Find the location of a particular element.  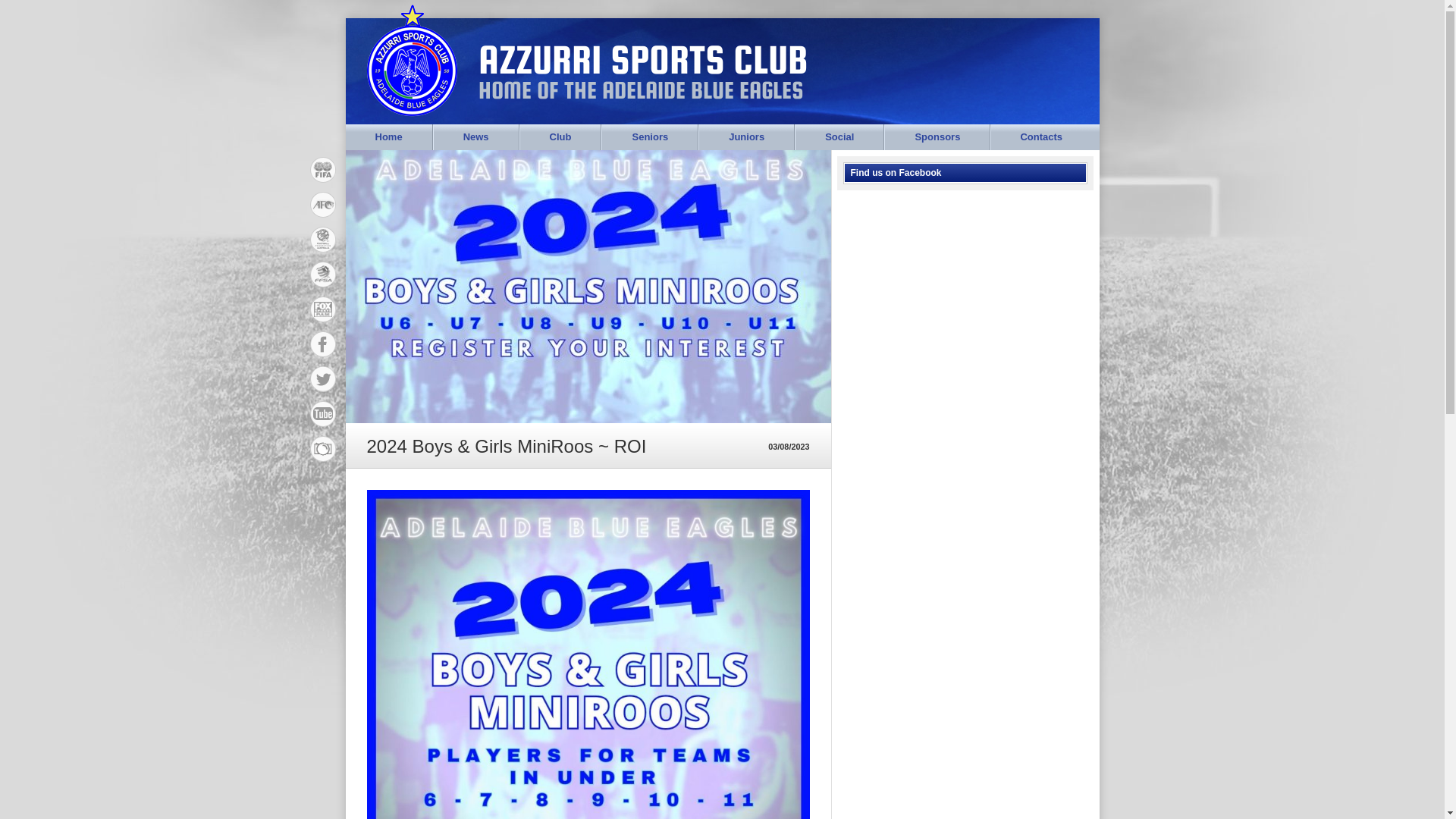

'HOME OF THE ADELAIDE BLUE EAGLES' is located at coordinates (634, 90).